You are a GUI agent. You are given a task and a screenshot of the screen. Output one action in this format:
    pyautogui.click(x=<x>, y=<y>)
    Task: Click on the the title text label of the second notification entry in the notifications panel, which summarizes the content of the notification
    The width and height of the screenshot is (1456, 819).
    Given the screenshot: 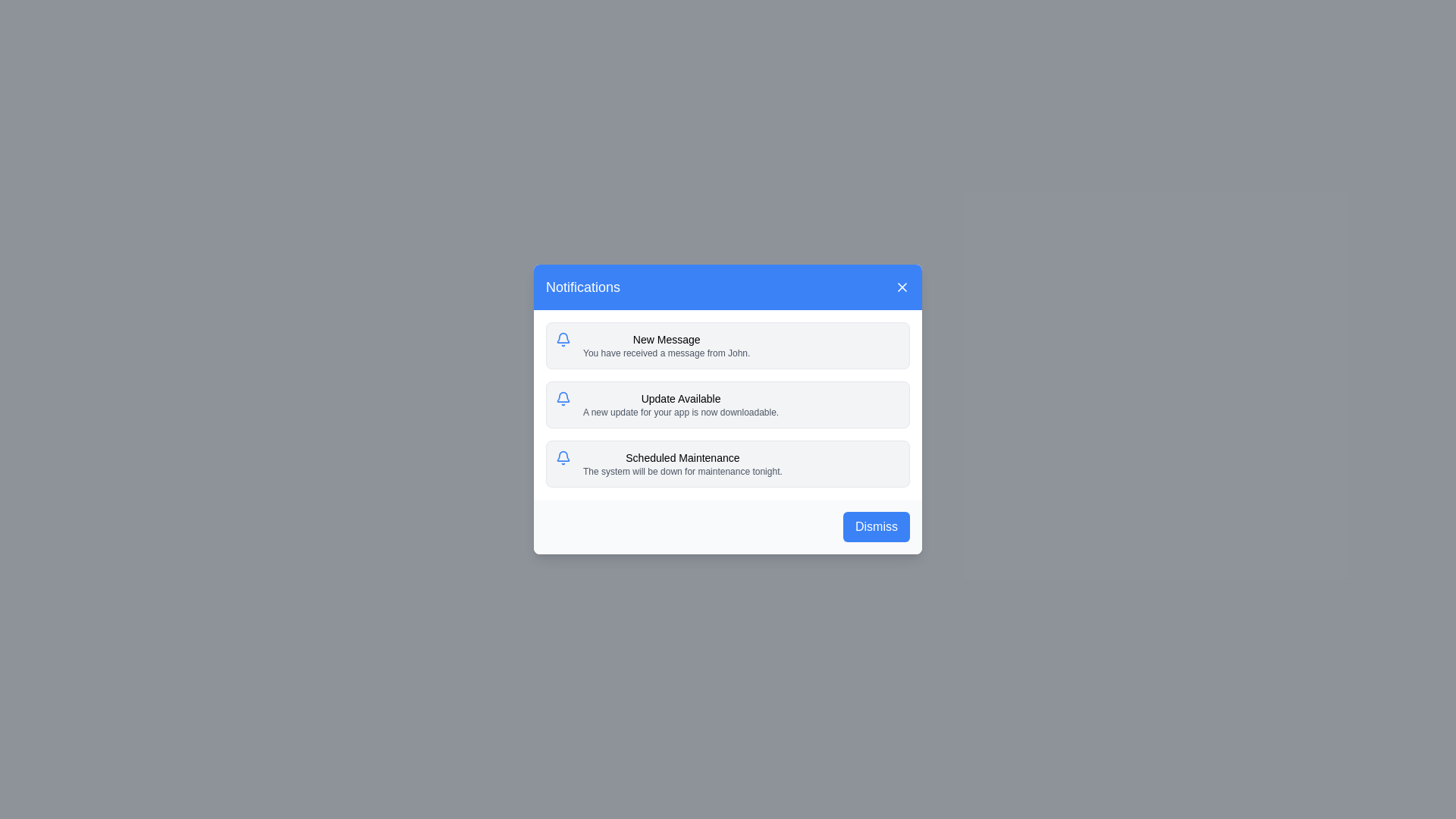 What is the action you would take?
    pyautogui.click(x=680, y=397)
    